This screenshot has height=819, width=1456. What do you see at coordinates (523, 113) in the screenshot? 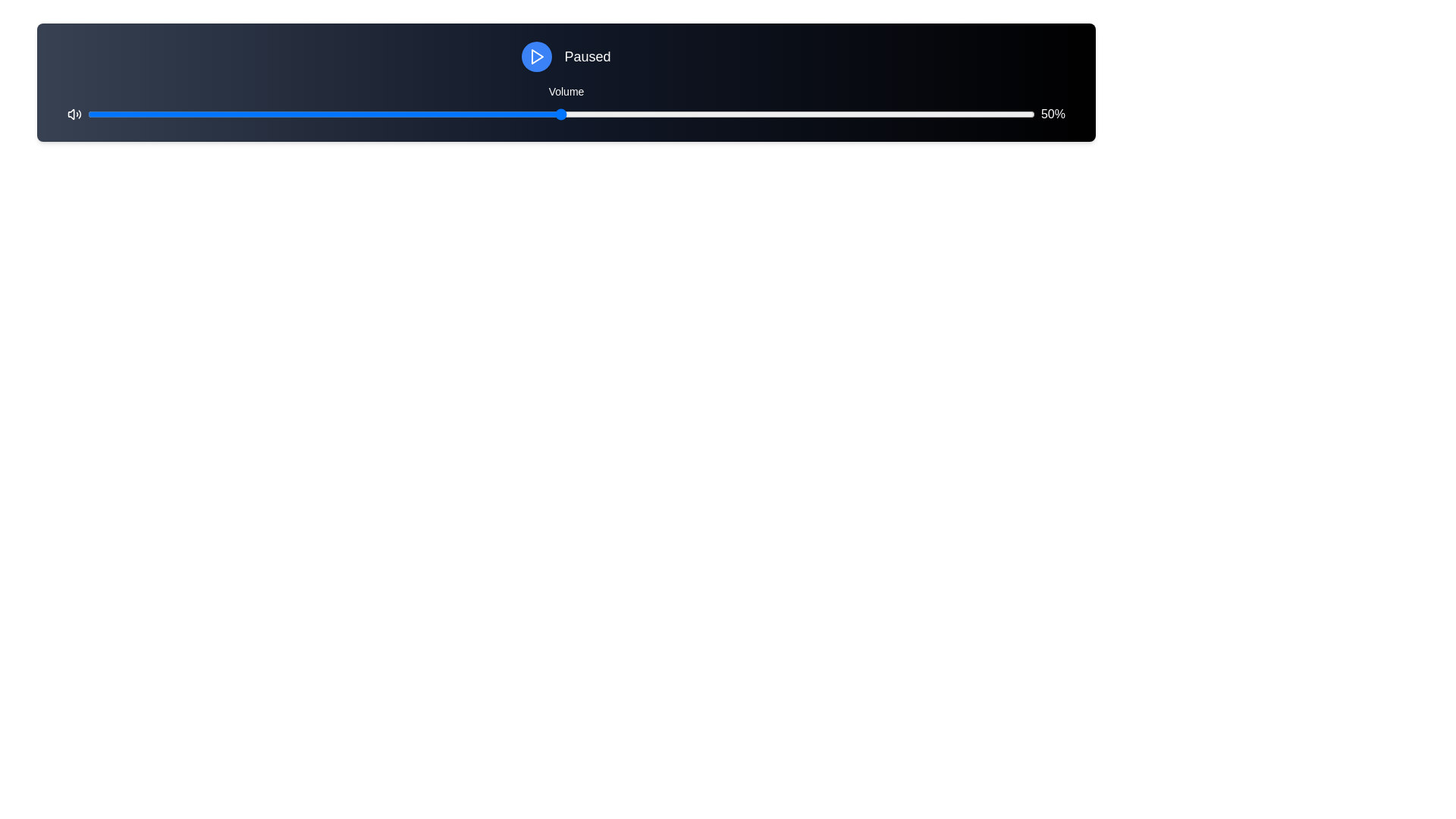
I see `the volume level` at bounding box center [523, 113].